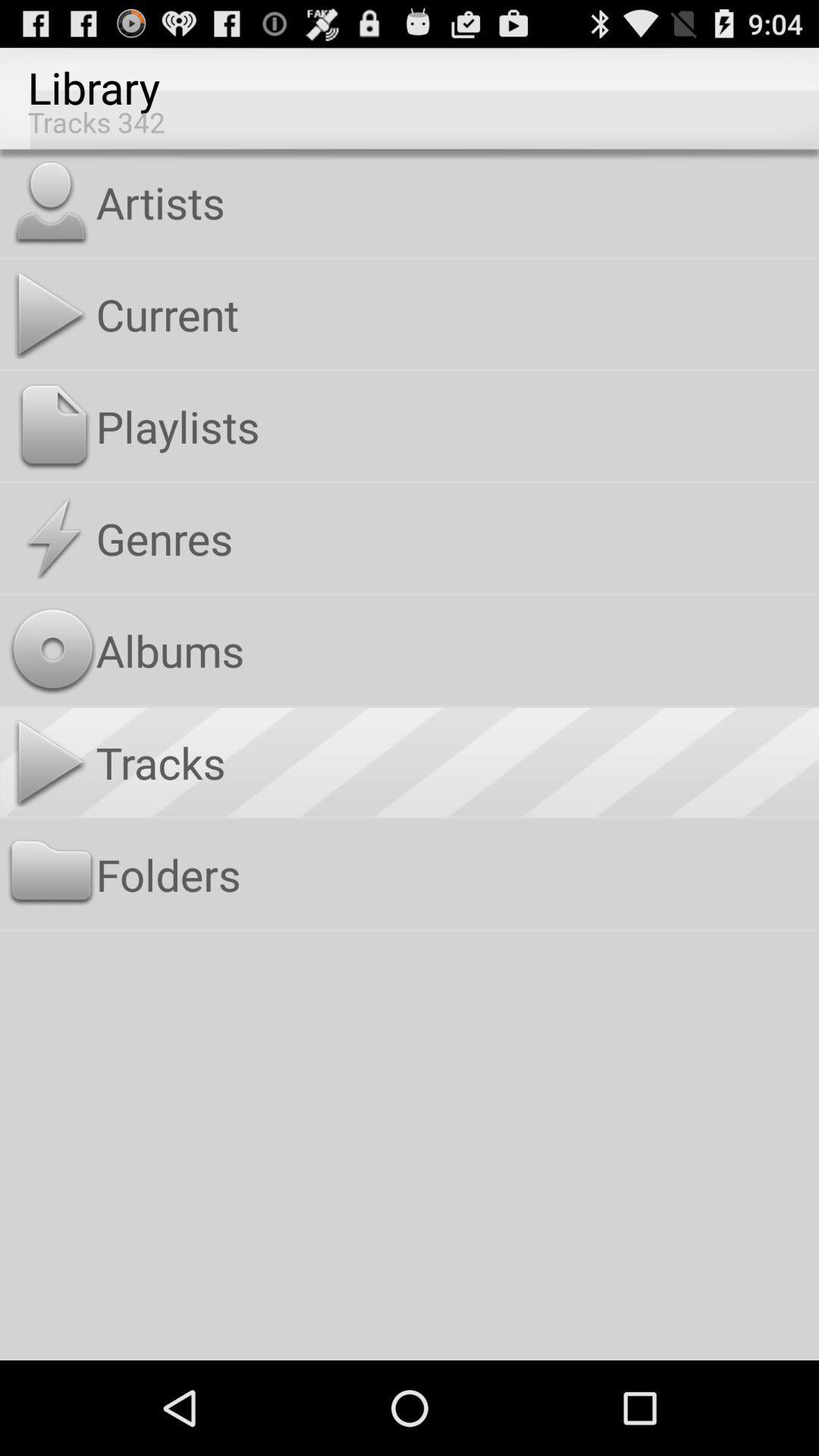  I want to click on genres item, so click(453, 538).